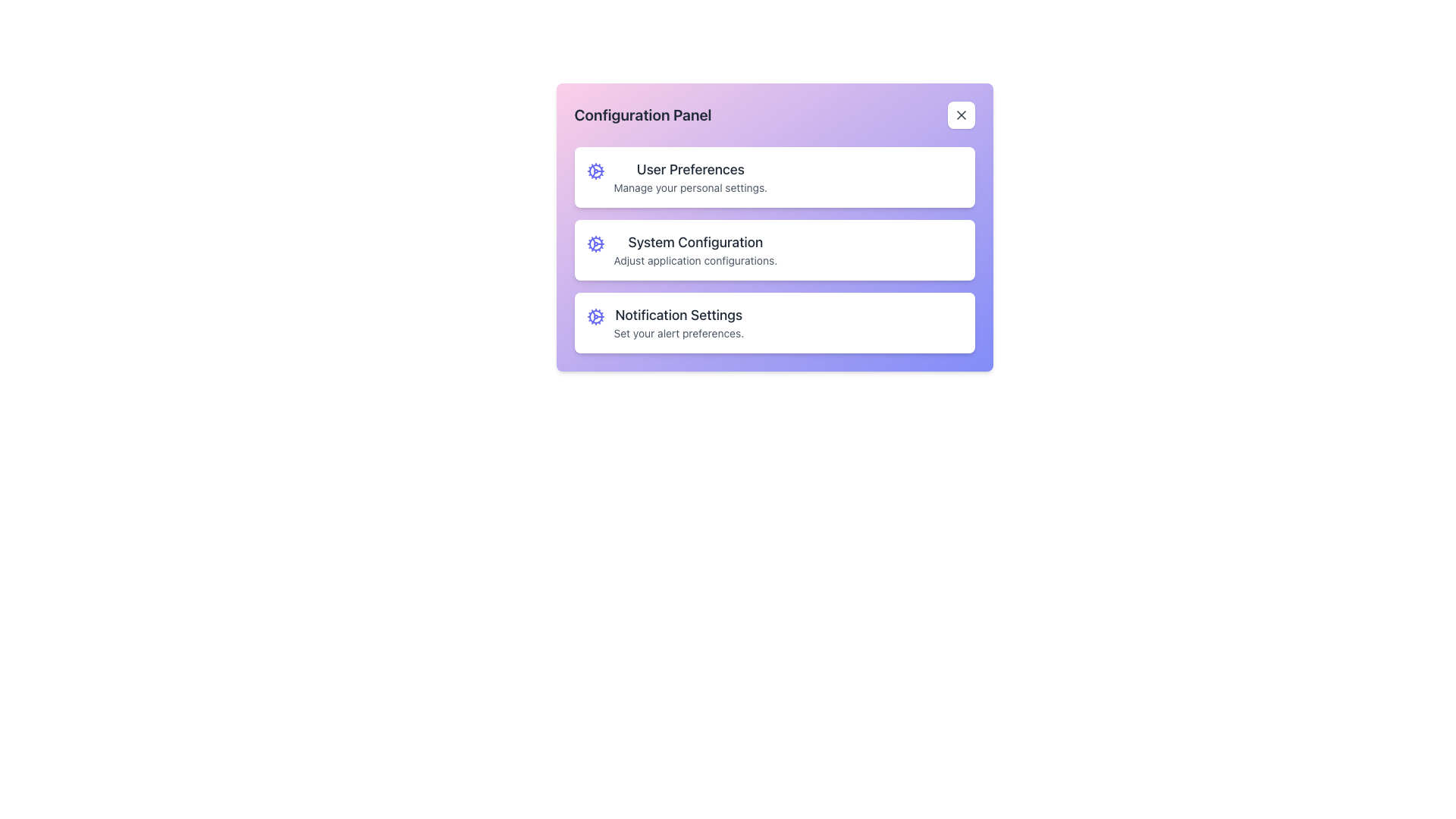  Describe the element at coordinates (595, 243) in the screenshot. I see `the cog icon located beside the 'System Configuration' text, which is the second entry in the list of configuration options` at that location.